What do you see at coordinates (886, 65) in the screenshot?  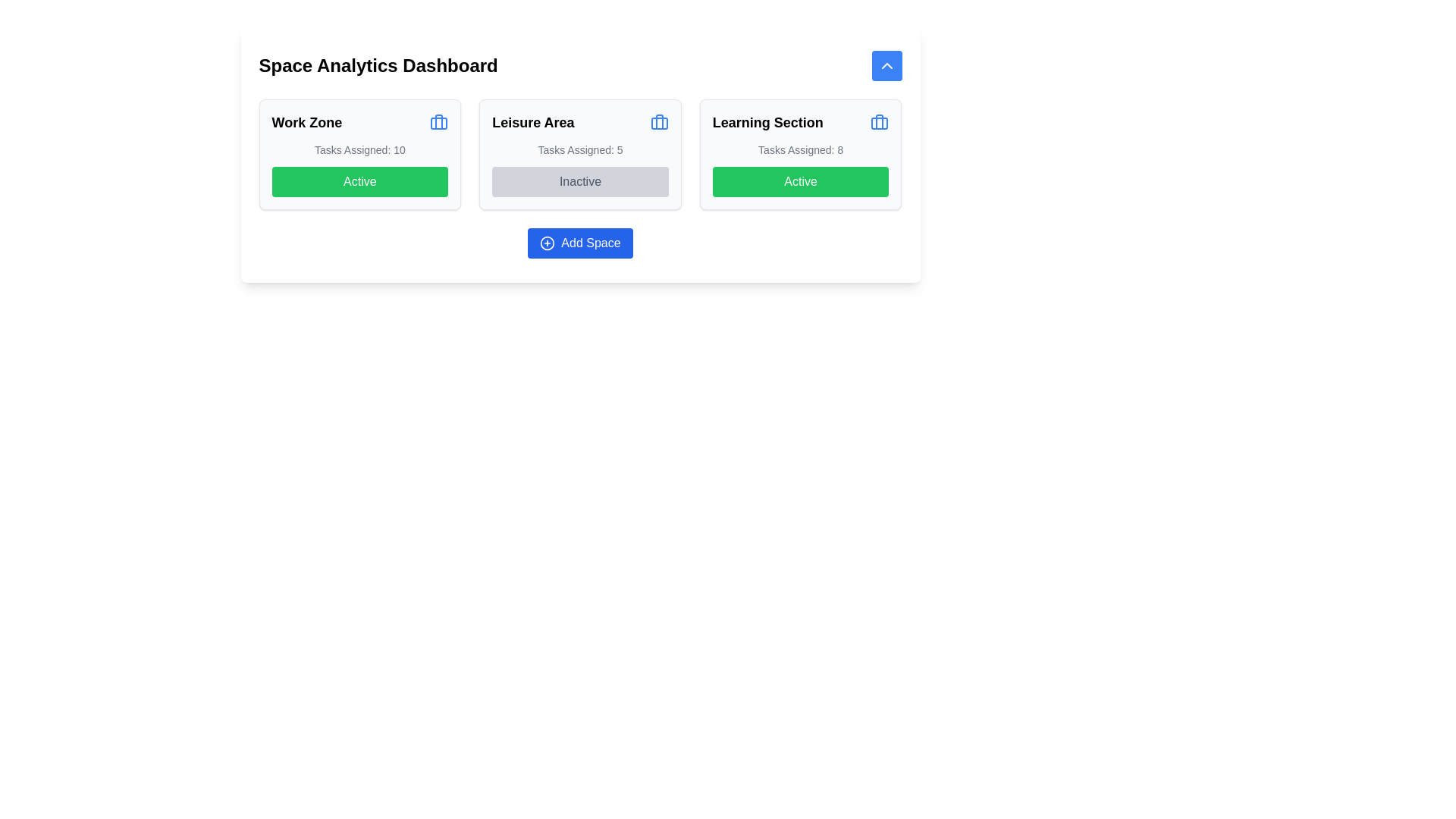 I see `the upward-facing chevron icon outlined with a black stroke on a blue circular background, located in the top-right corner above the 'Learning Section' card` at bounding box center [886, 65].